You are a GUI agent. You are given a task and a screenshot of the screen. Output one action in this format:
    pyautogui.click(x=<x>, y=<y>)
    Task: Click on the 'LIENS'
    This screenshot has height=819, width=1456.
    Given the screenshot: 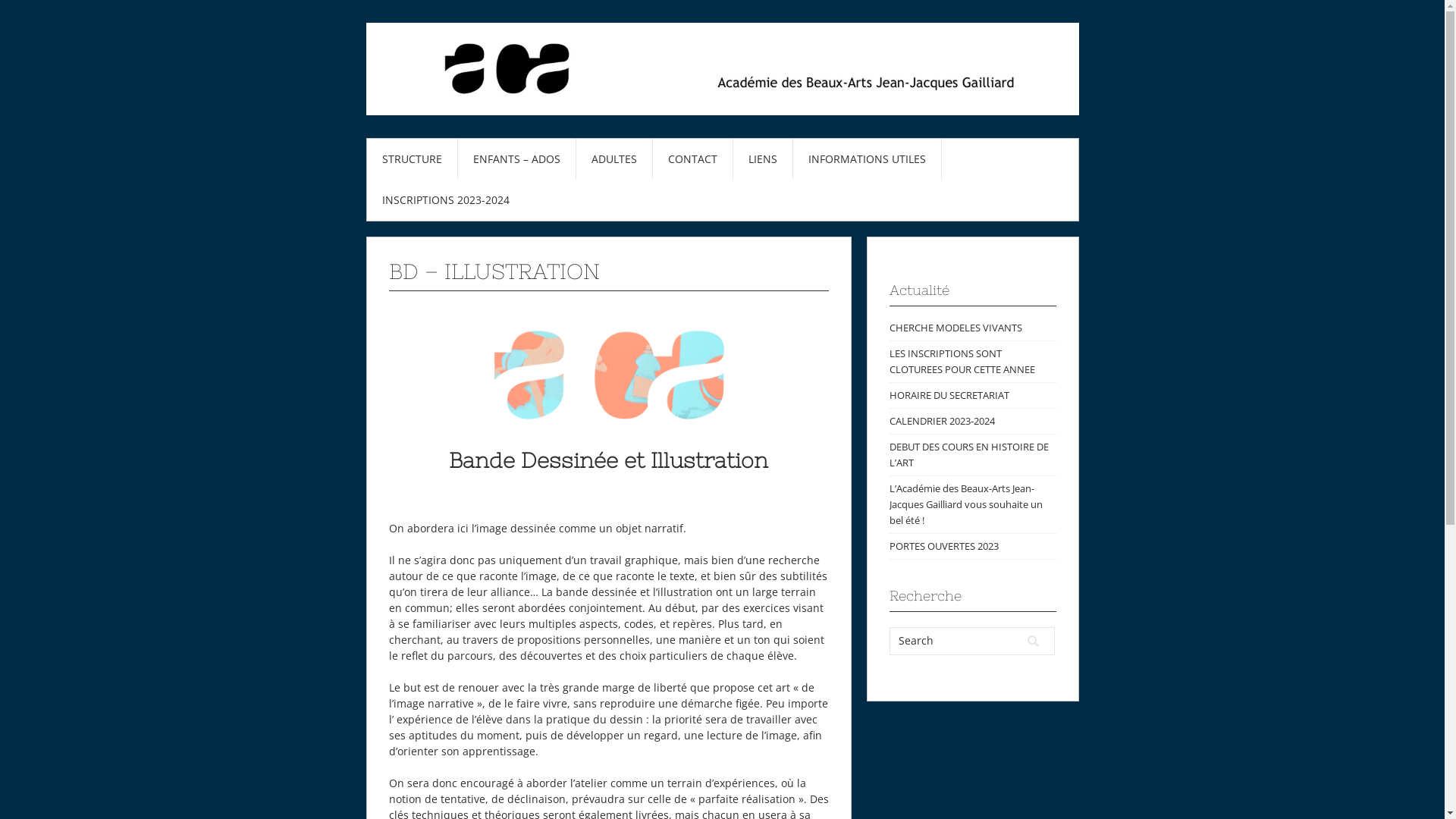 What is the action you would take?
    pyautogui.click(x=761, y=158)
    